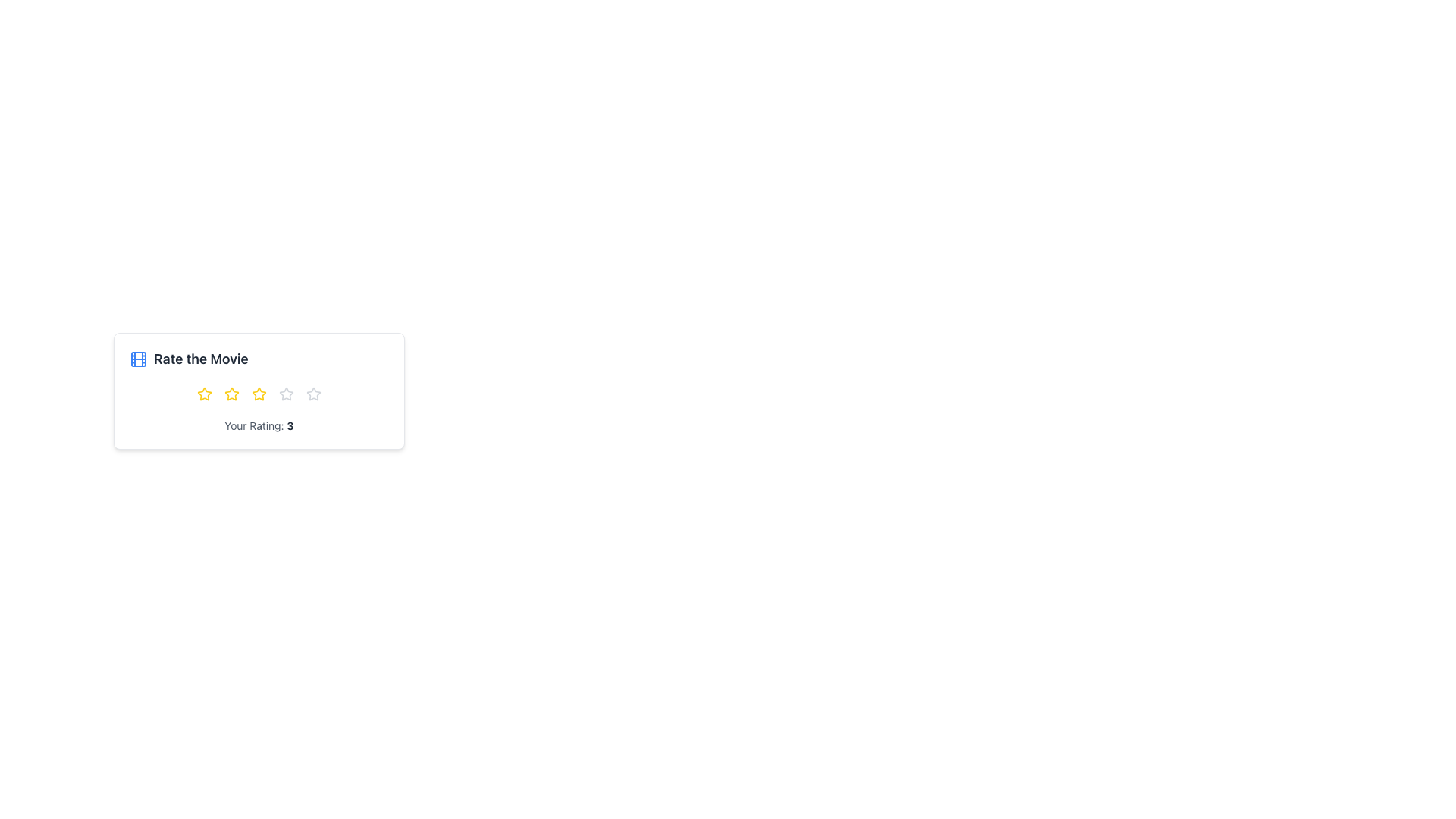  Describe the element at coordinates (231, 394) in the screenshot. I see `the second yellow star icon in the rating control below the 'Rate the Movie' title to interact with it` at that location.